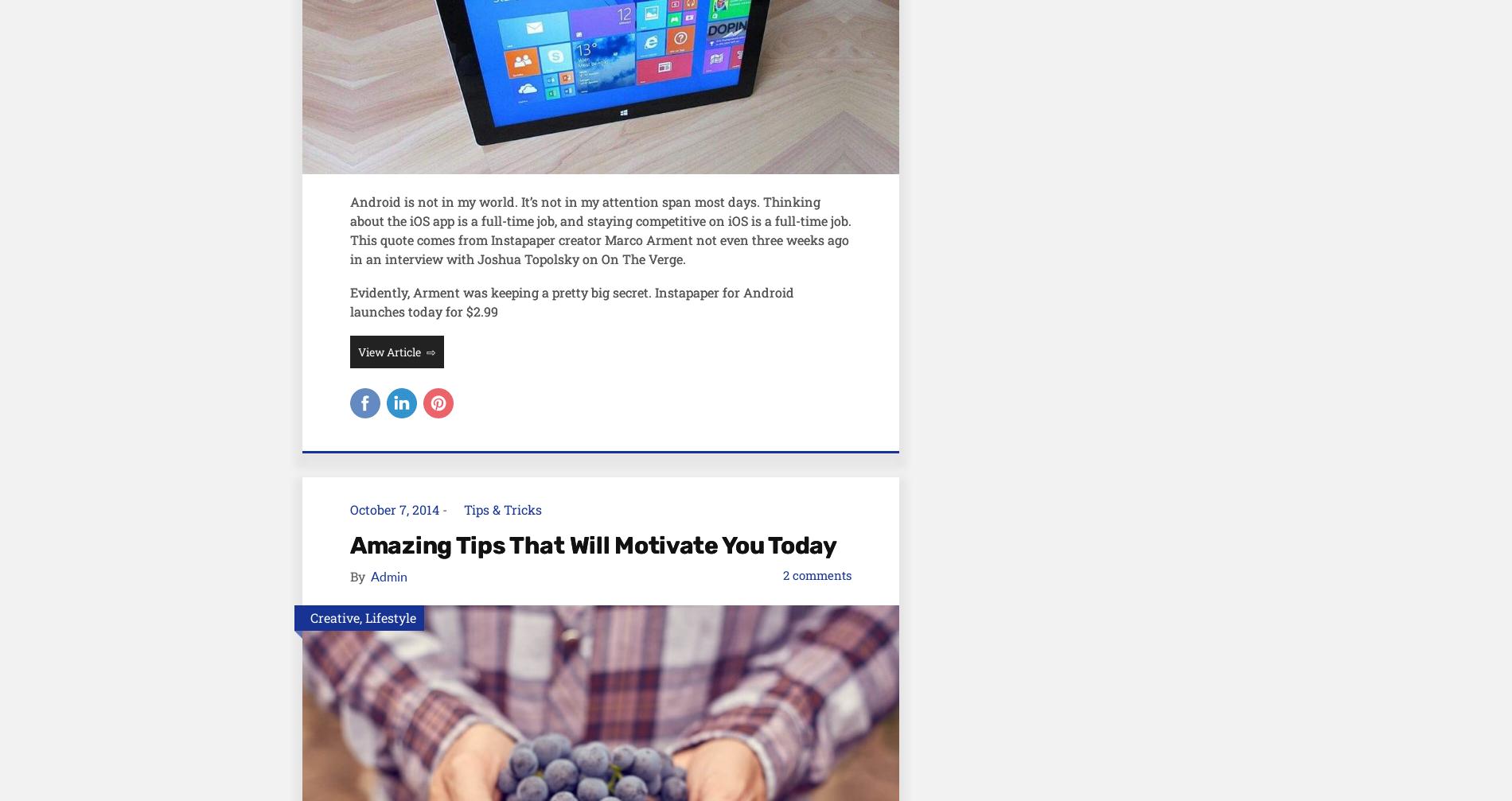 This screenshot has height=801, width=1512. Describe the element at coordinates (600, 229) in the screenshot. I see `'ndroid is not in my world. It’s not in my attention span most days. Thinking about the iOS app is a full-time job, and staying competitive on iOS is a full-time job. This quote comes from Instapaper creator Marco Arment not even three weeks ago in an interview with Joshua Topolsky on On The Verge.'` at that location.